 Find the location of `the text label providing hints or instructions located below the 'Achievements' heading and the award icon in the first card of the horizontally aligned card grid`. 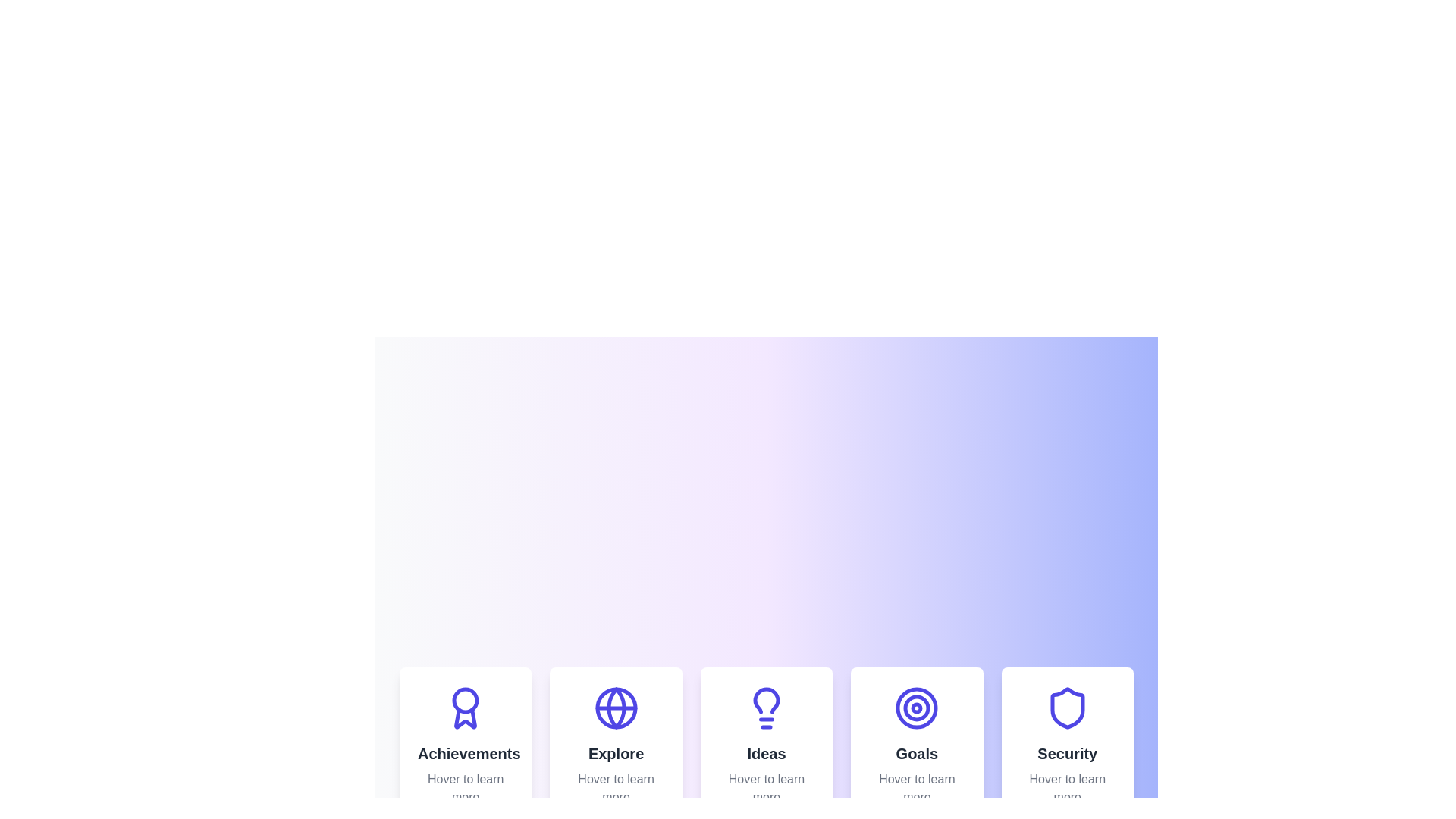

the text label providing hints or instructions located below the 'Achievements' heading and the award icon in the first card of the horizontally aligned card grid is located at coordinates (465, 788).